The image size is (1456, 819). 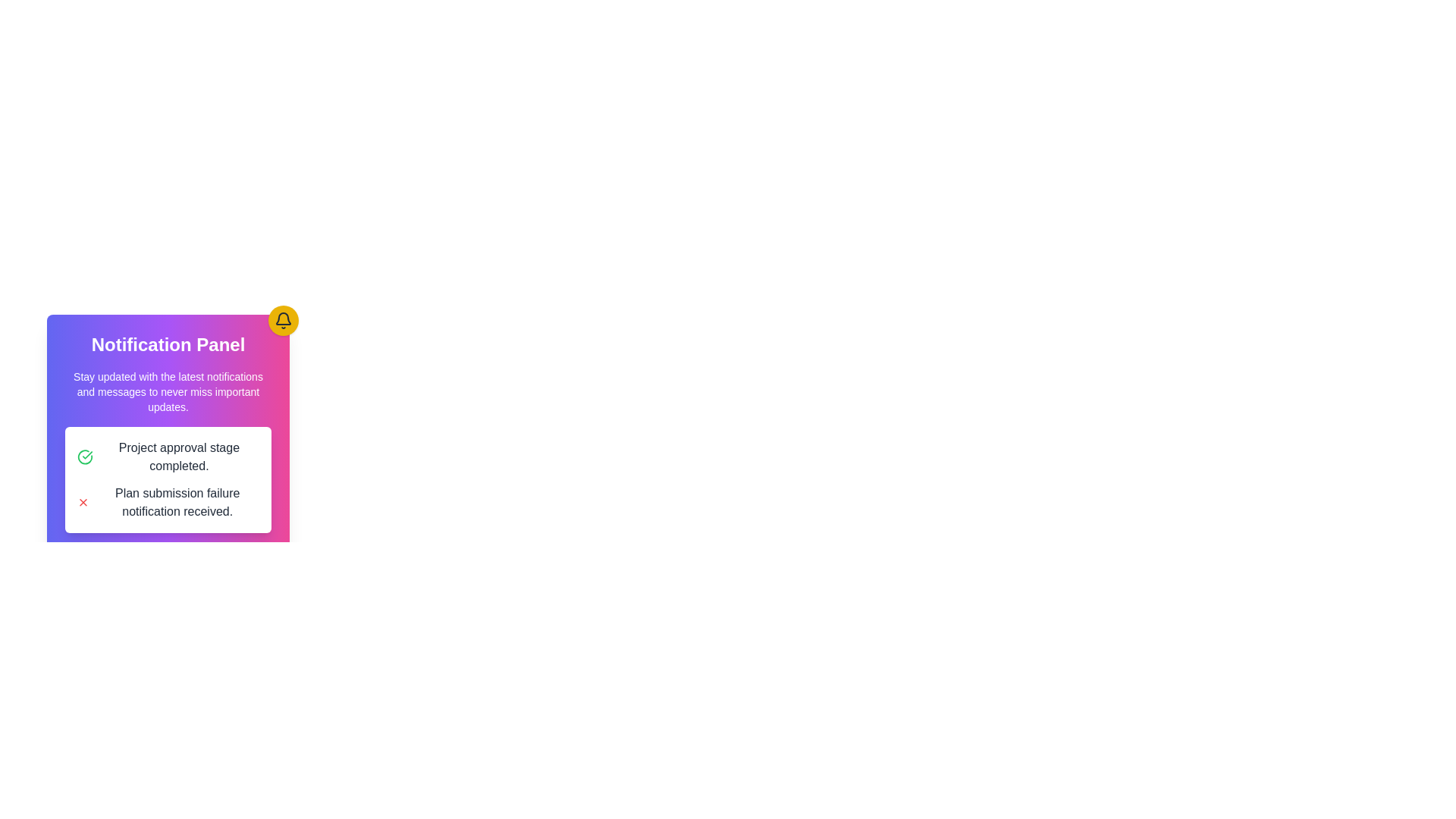 What do you see at coordinates (284, 320) in the screenshot?
I see `the yellow Interactive Badge (Notification Indicator) located at the top-right corner of the Notification Panel card` at bounding box center [284, 320].